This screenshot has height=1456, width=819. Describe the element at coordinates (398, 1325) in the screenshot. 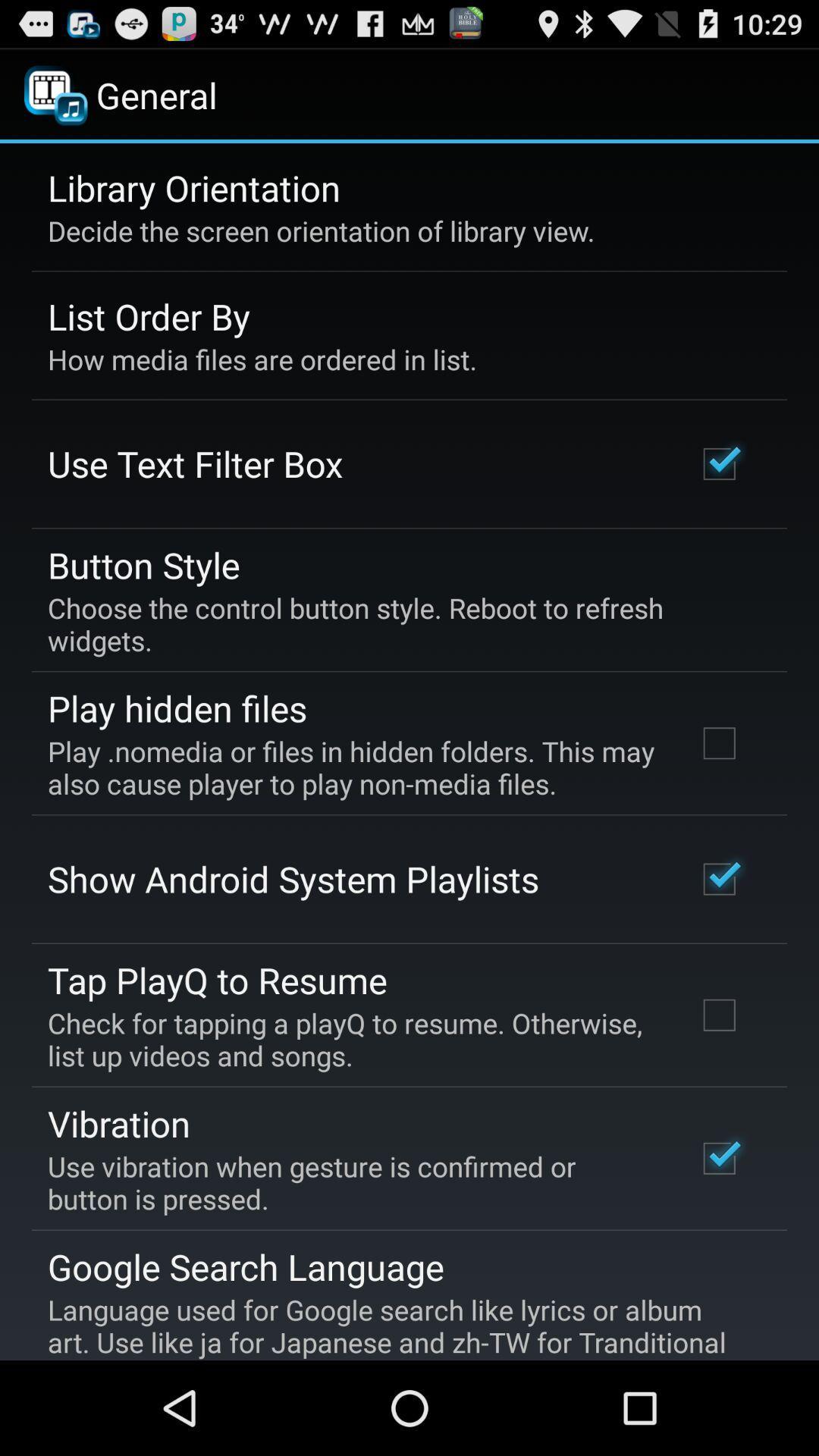

I see `item below google search language` at that location.